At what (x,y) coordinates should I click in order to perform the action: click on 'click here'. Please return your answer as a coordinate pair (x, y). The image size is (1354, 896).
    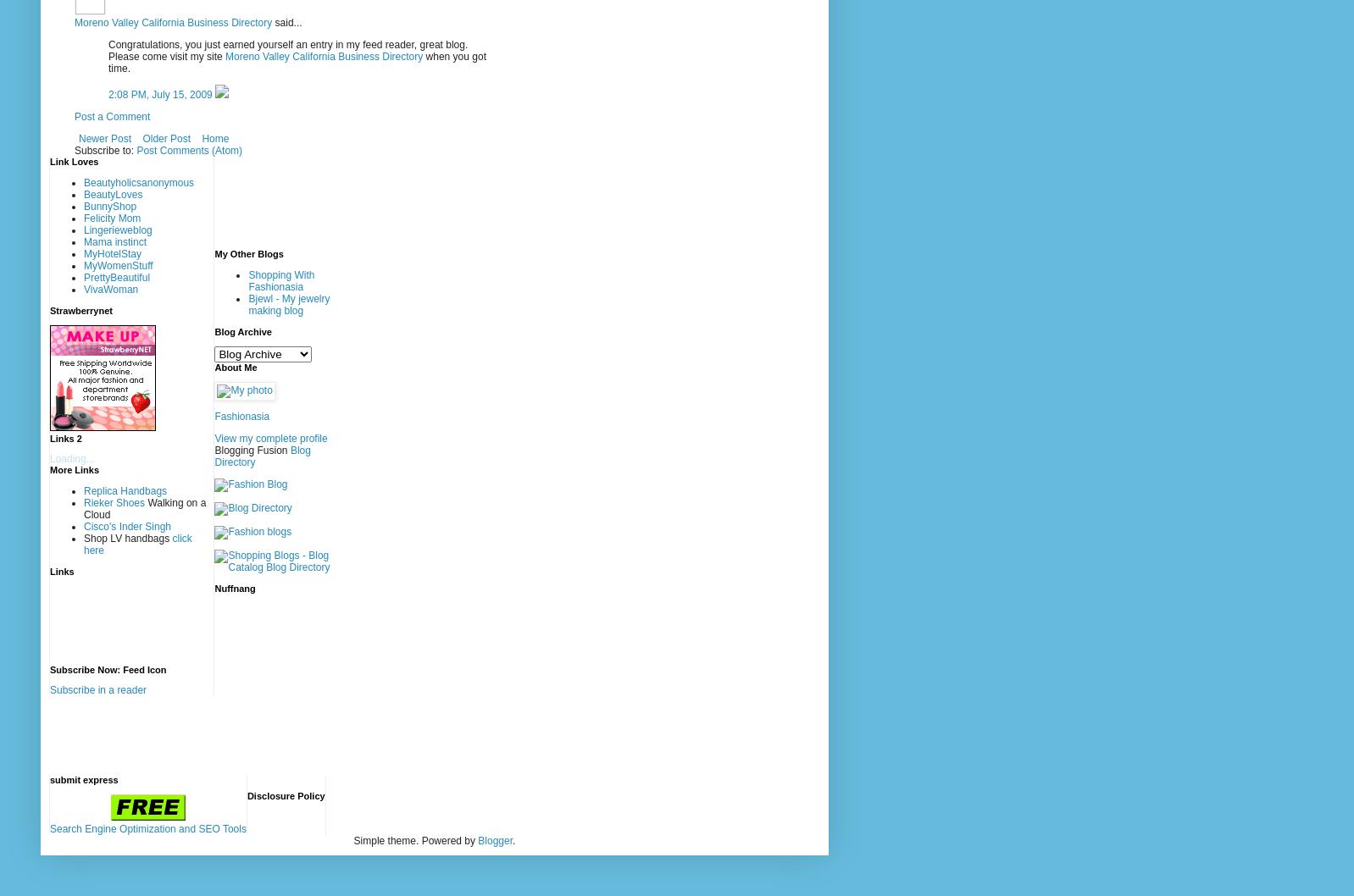
    Looking at the image, I should click on (136, 542).